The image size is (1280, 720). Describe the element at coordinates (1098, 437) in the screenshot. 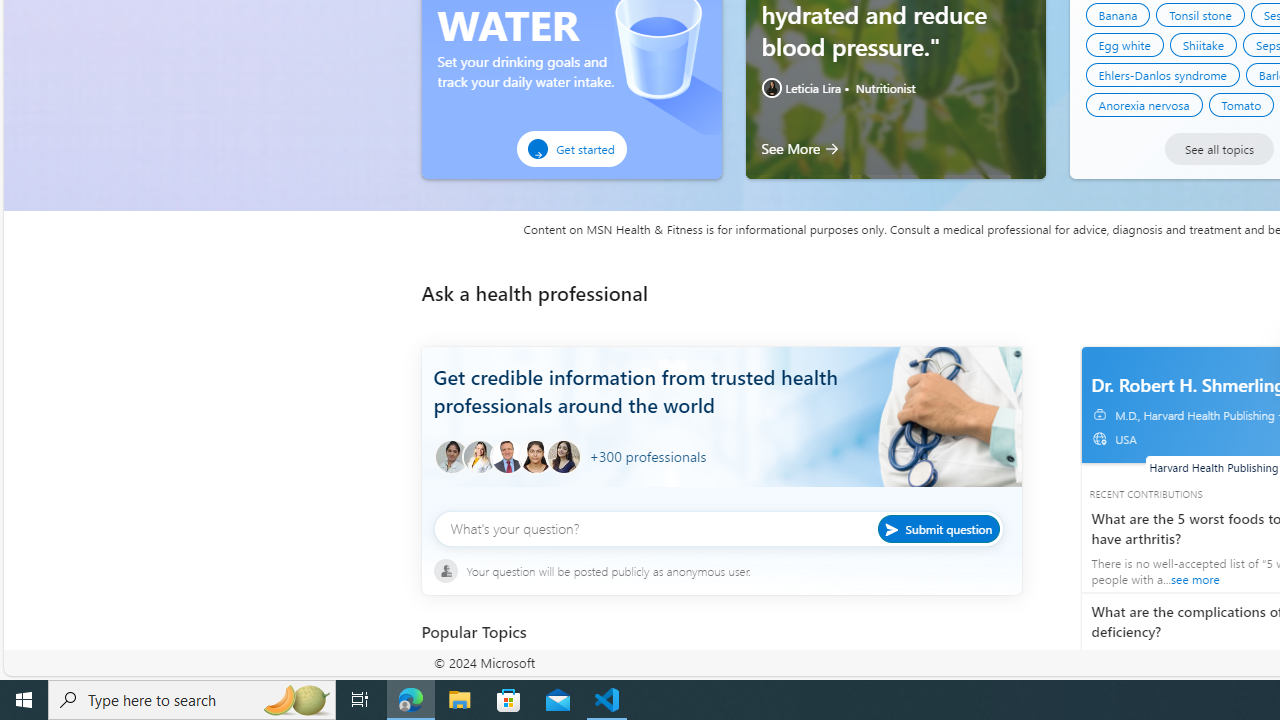

I see `'Class: vecOut'` at that location.